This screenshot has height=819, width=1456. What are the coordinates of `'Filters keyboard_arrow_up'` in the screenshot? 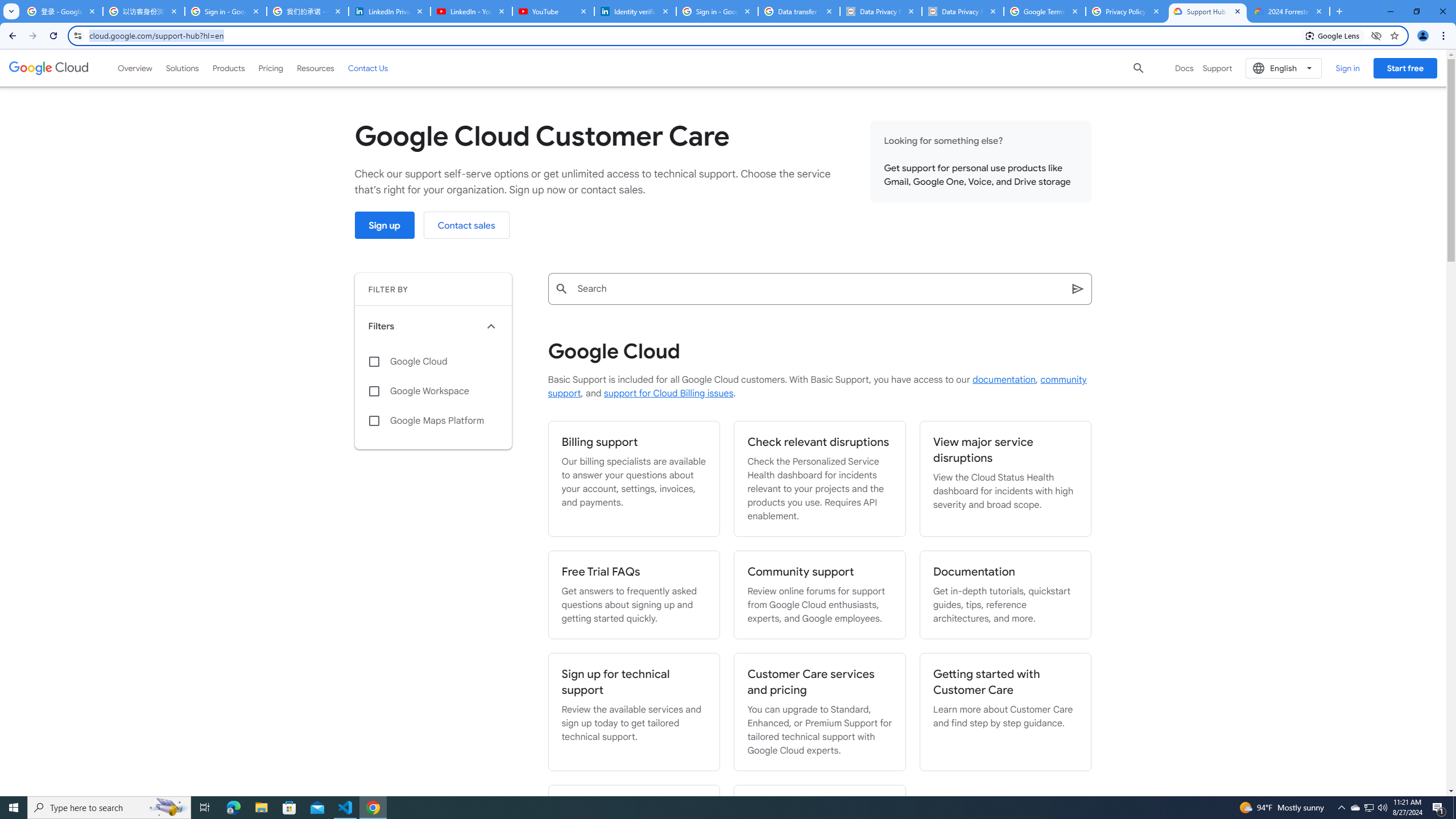 It's located at (433, 326).